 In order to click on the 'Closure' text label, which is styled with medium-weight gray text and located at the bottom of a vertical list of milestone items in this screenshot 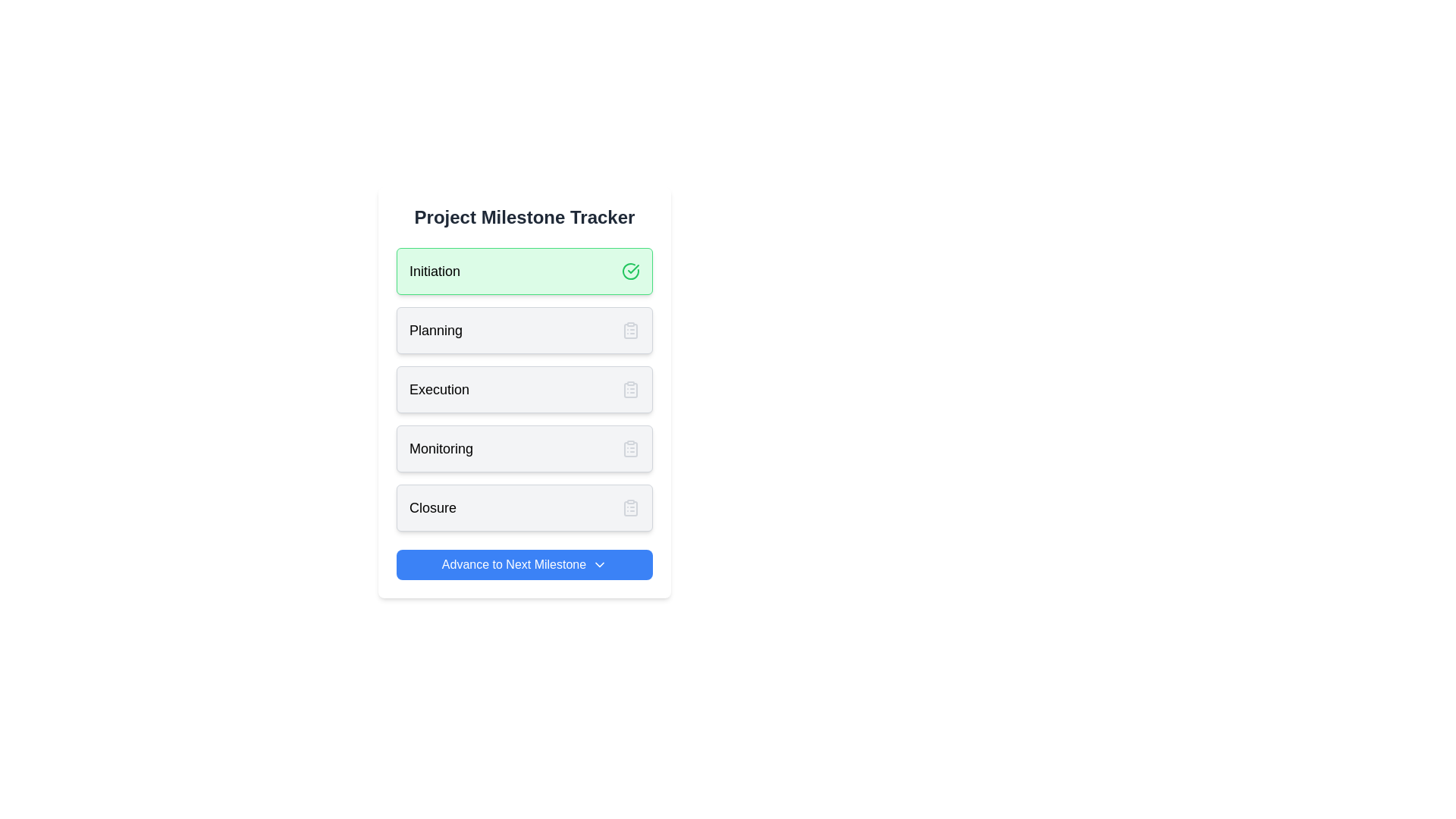, I will do `click(432, 508)`.